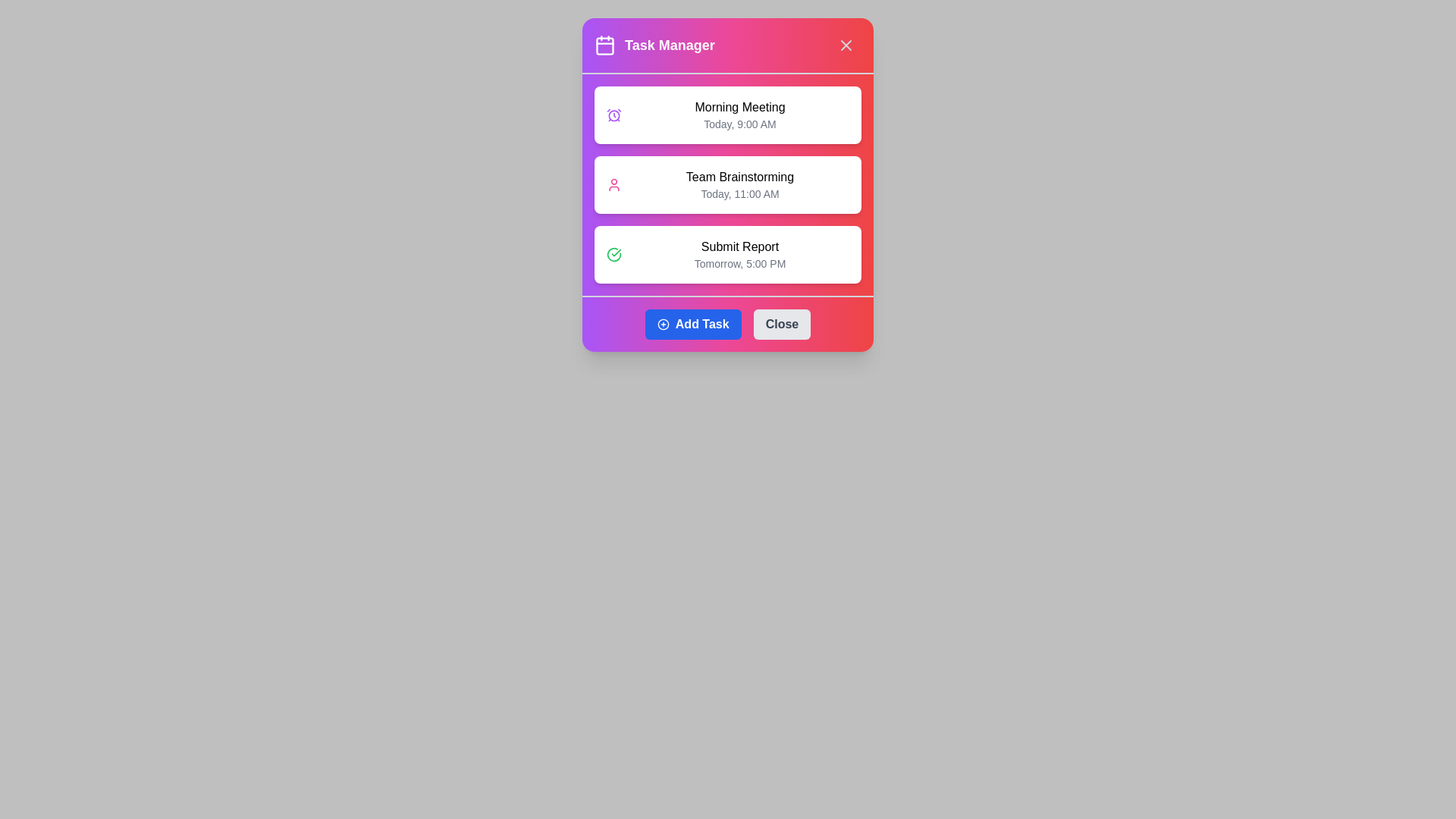 This screenshot has height=819, width=1456. Describe the element at coordinates (846, 45) in the screenshot. I see `the diagonal line icon forming an 'X' shape in the top-right corner of the task manager interface` at that location.